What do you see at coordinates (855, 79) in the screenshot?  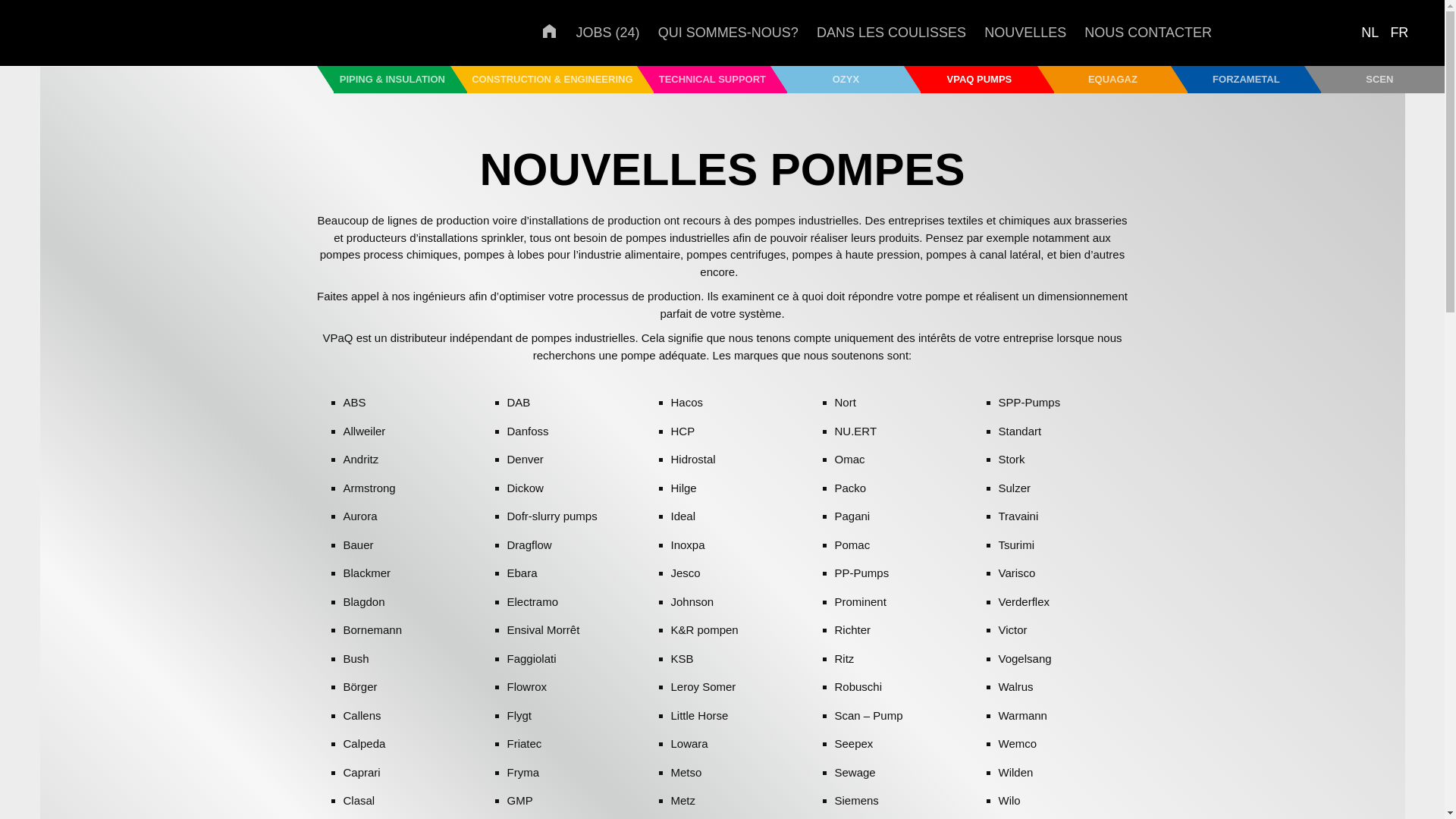 I see `'OZYX'` at bounding box center [855, 79].